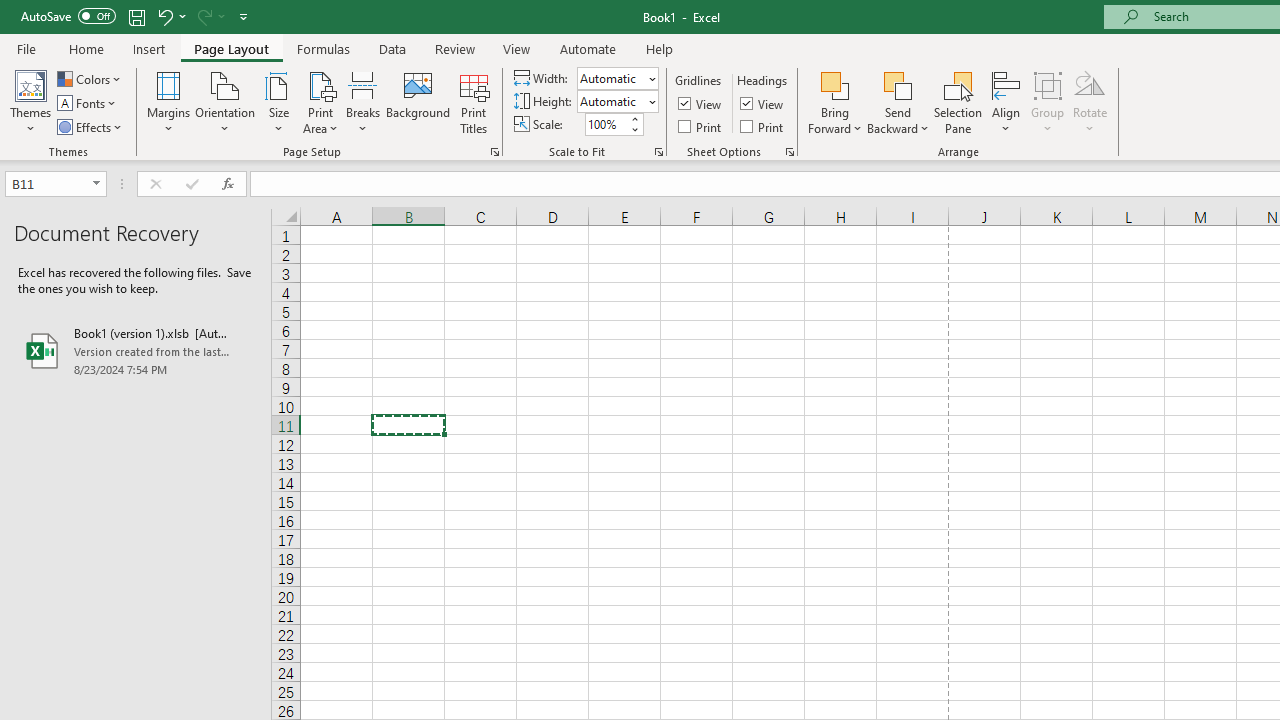  I want to click on 'Less', so click(633, 129).